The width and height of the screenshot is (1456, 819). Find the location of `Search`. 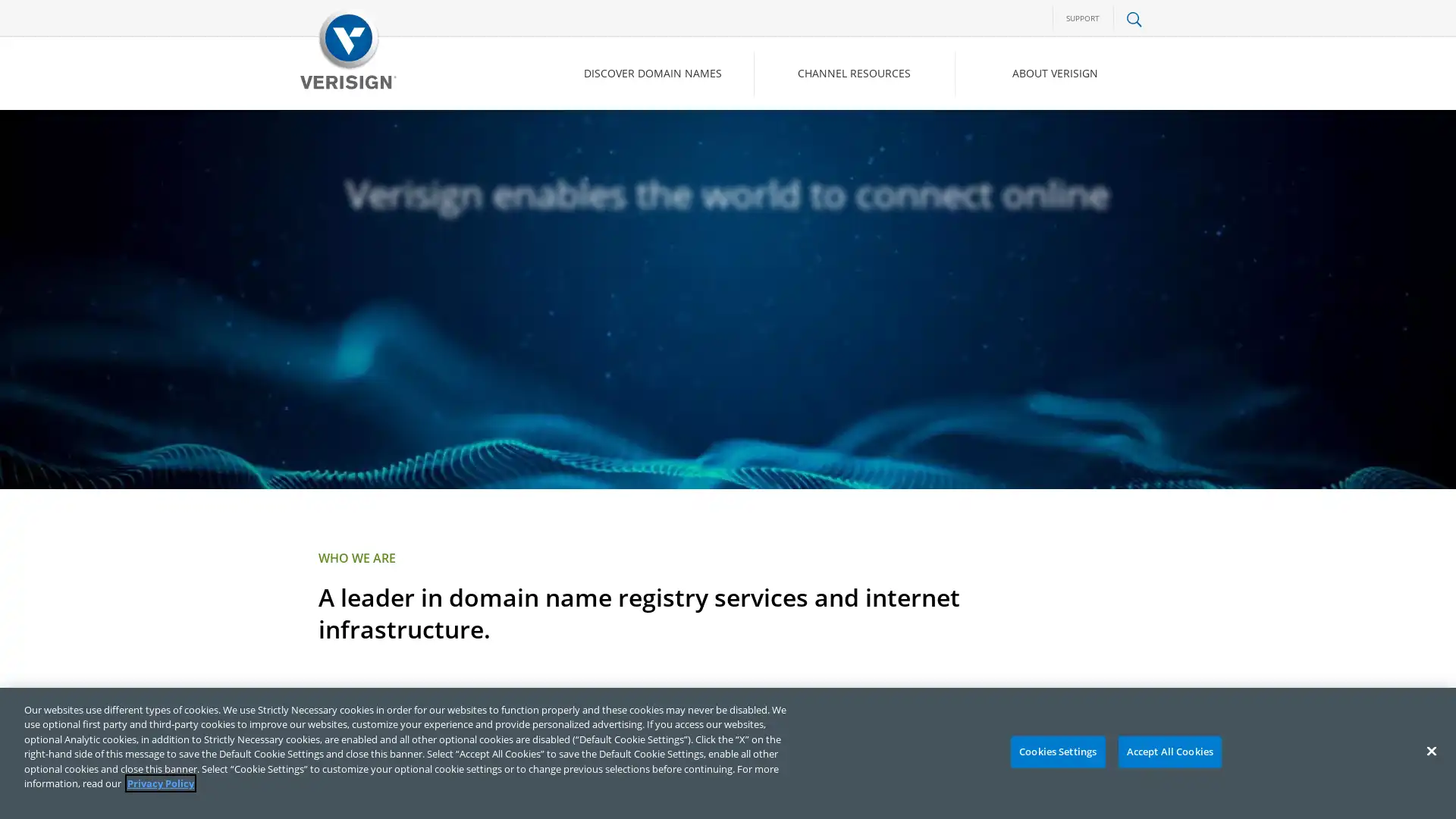

Search is located at coordinates (1012, 137).